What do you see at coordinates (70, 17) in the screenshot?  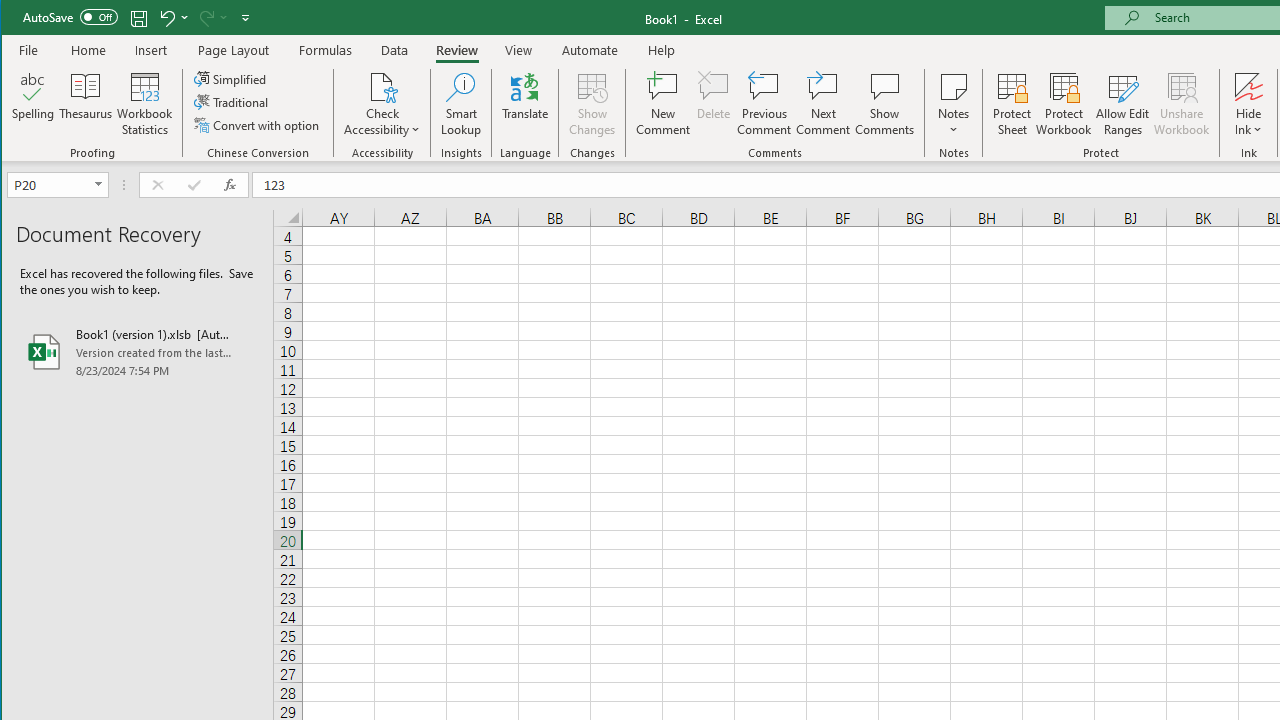 I see `'AutoSave'` at bounding box center [70, 17].